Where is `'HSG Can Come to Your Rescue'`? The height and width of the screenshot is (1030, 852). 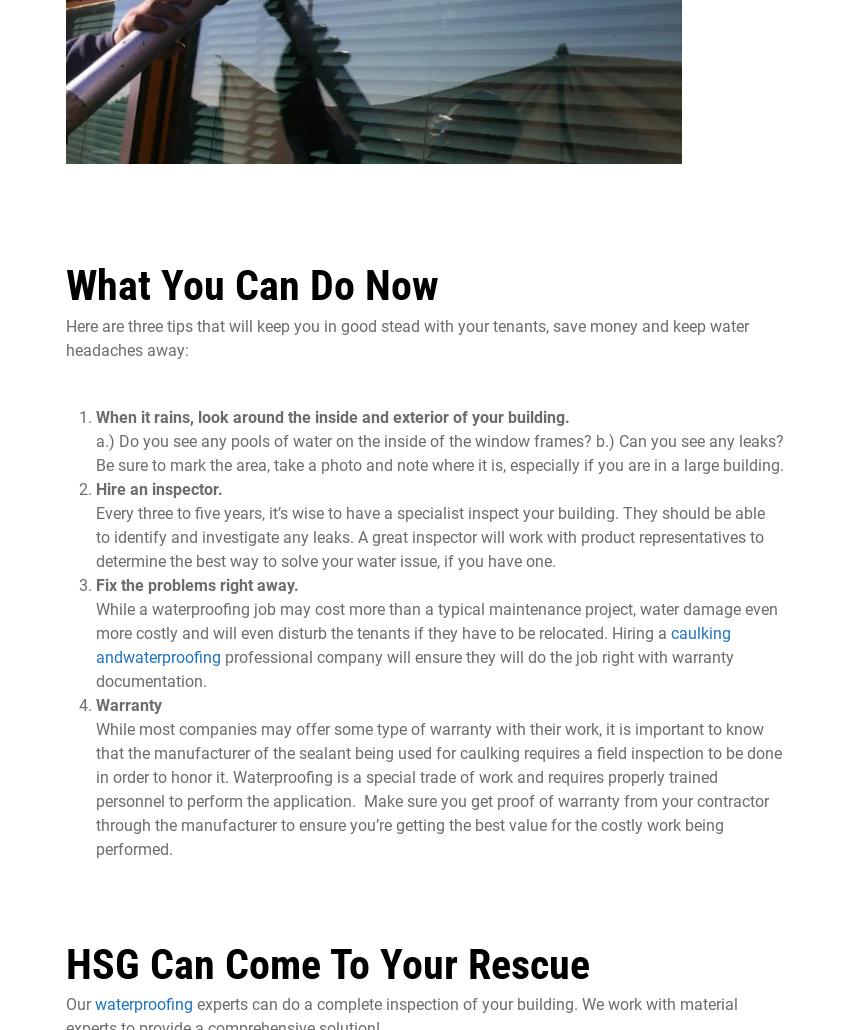 'HSG Can Come to Your Rescue' is located at coordinates (328, 962).